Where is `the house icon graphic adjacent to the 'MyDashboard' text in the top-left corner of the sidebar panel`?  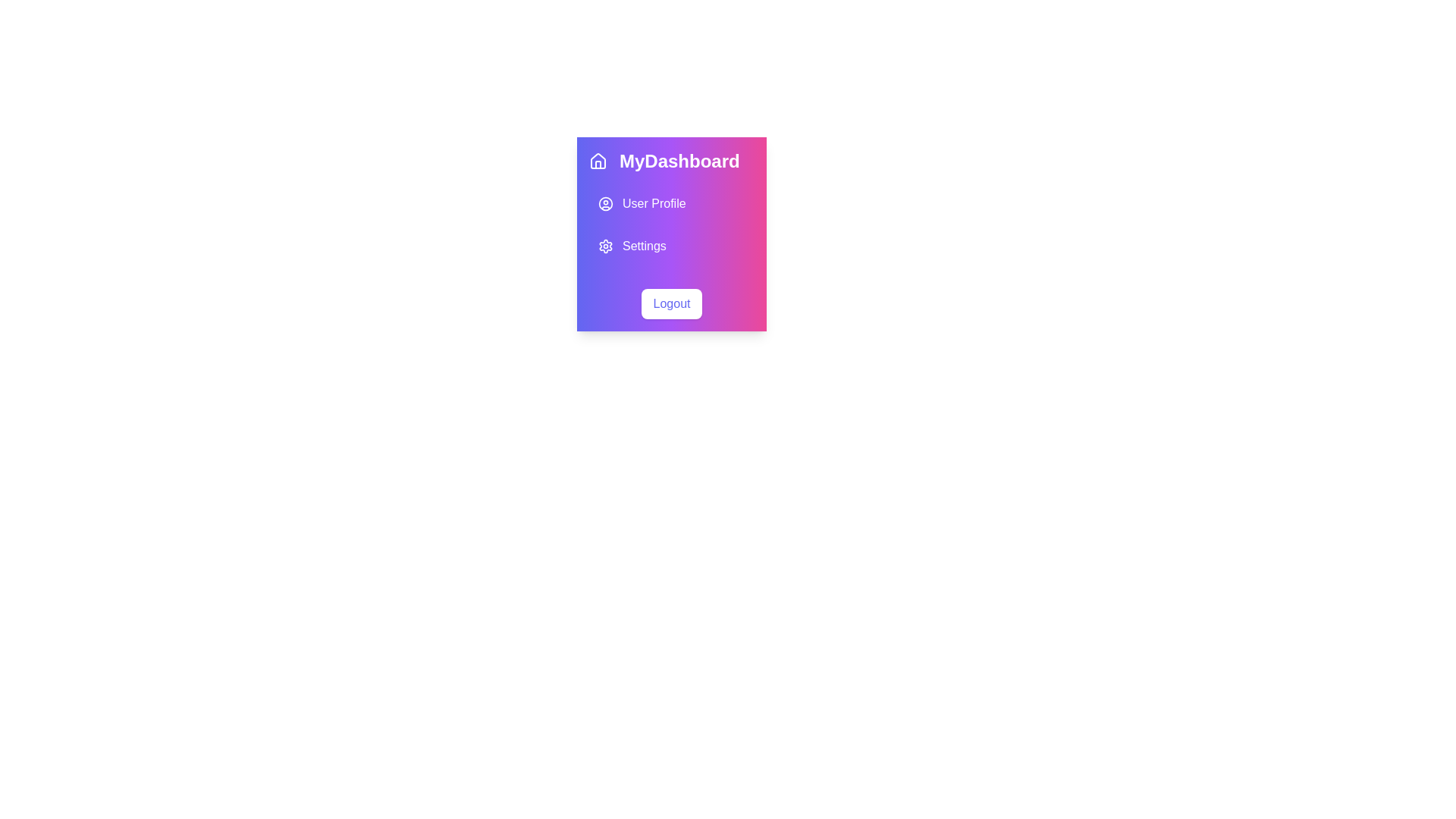
the house icon graphic adjacent to the 'MyDashboard' text in the top-left corner of the sidebar panel is located at coordinates (597, 161).